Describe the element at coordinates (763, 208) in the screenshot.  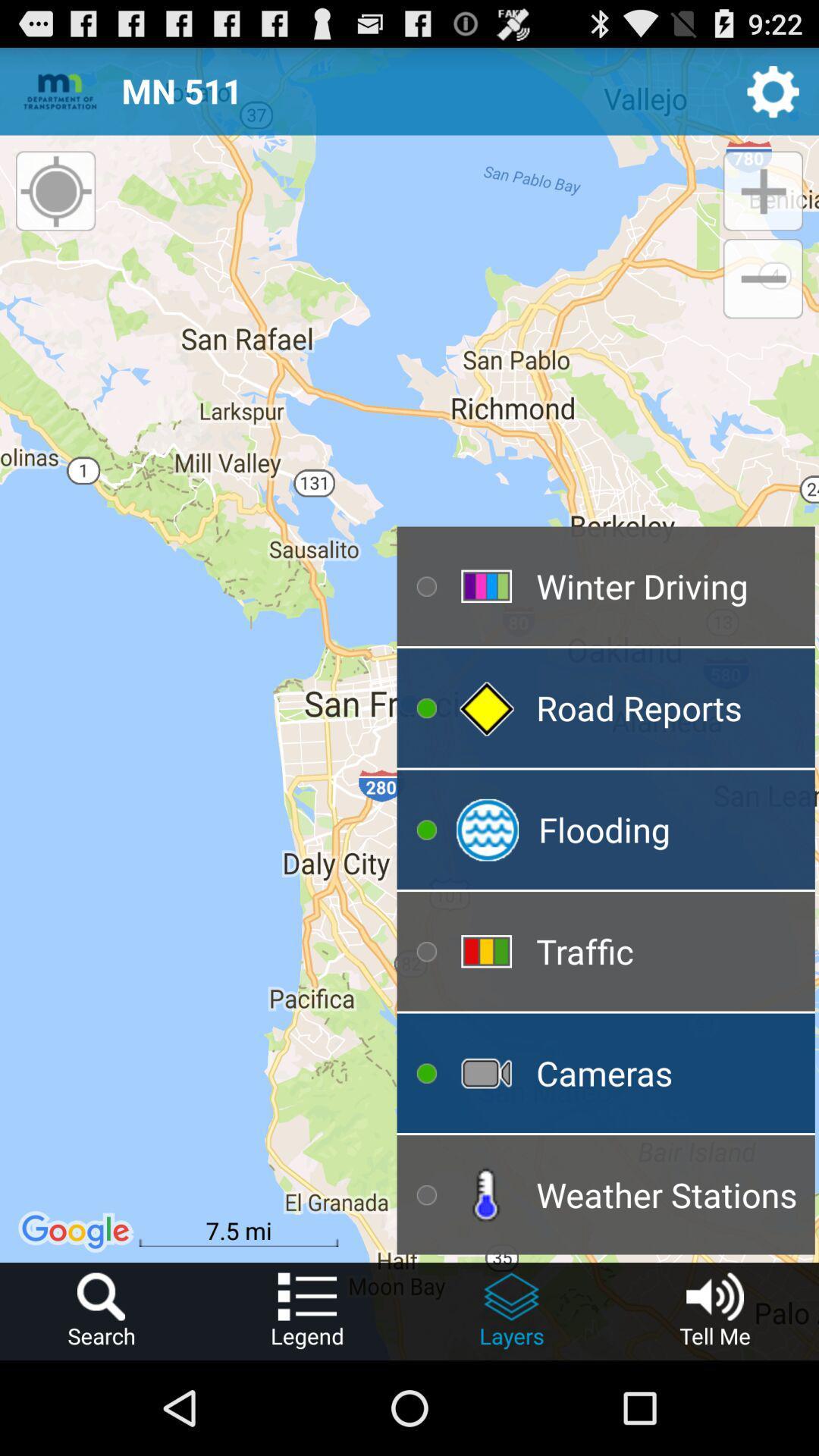
I see `the add icon` at that location.